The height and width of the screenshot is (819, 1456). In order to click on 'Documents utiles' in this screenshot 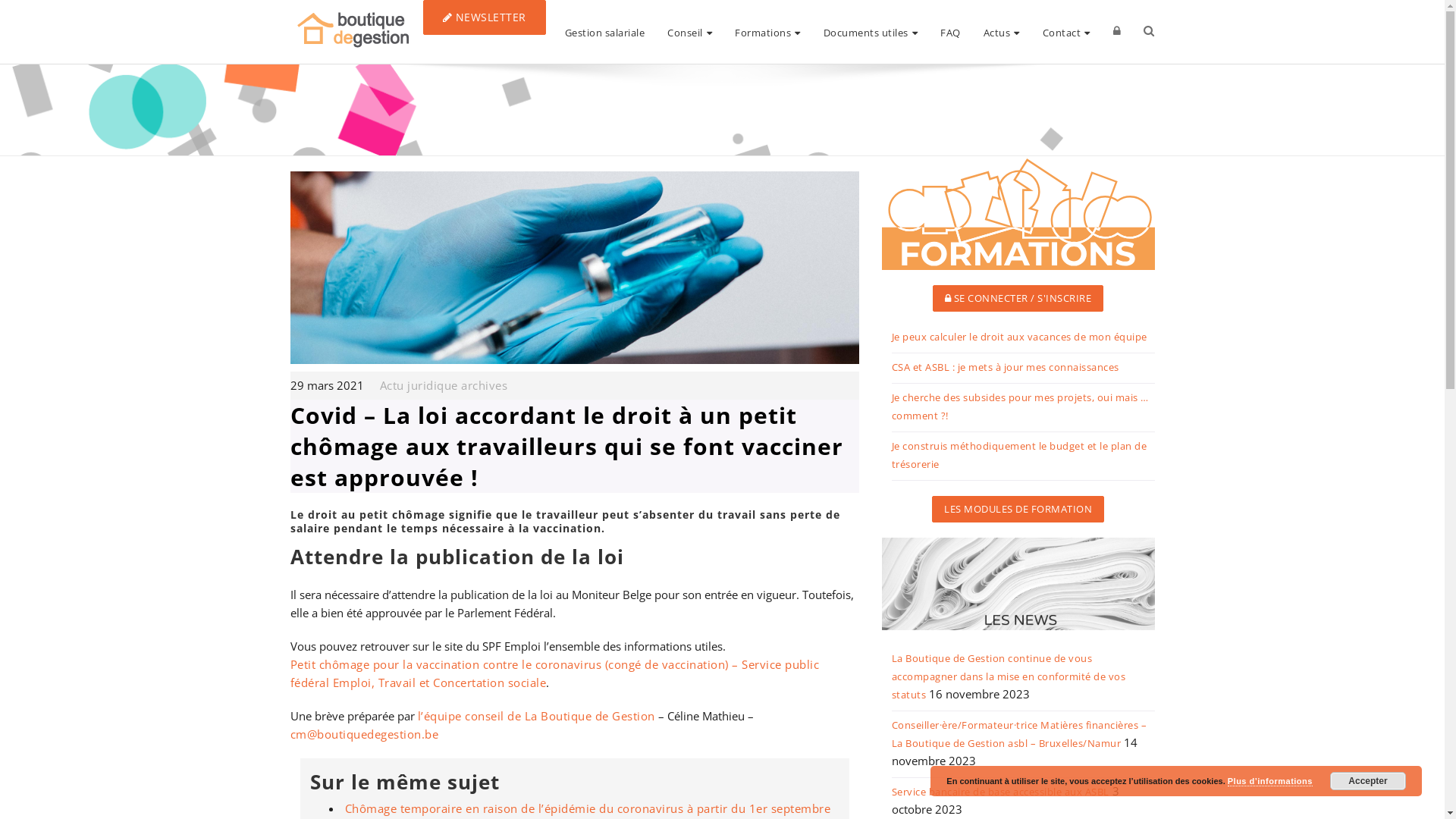, I will do `click(870, 32)`.